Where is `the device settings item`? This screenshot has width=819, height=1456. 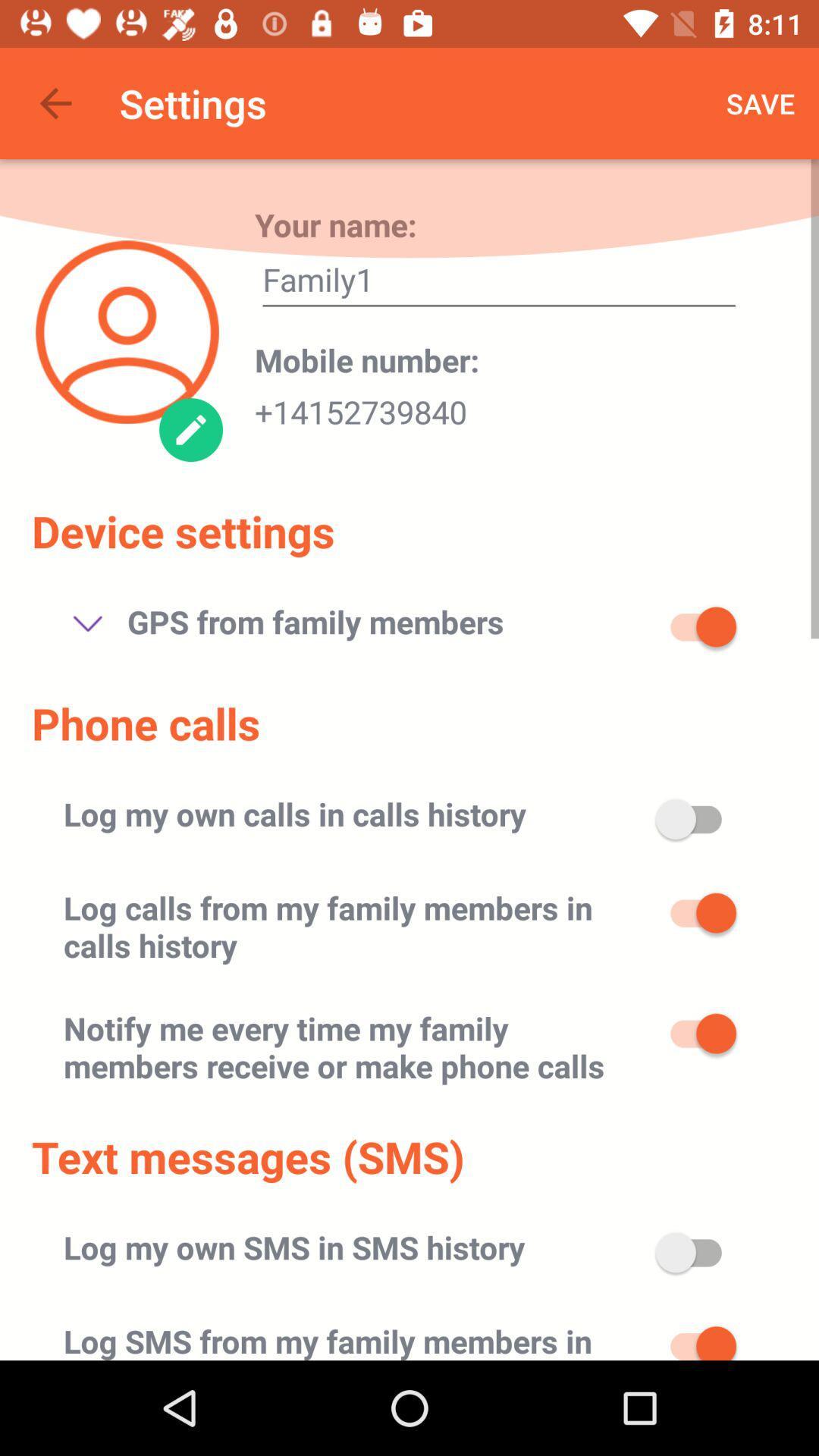 the device settings item is located at coordinates (182, 531).